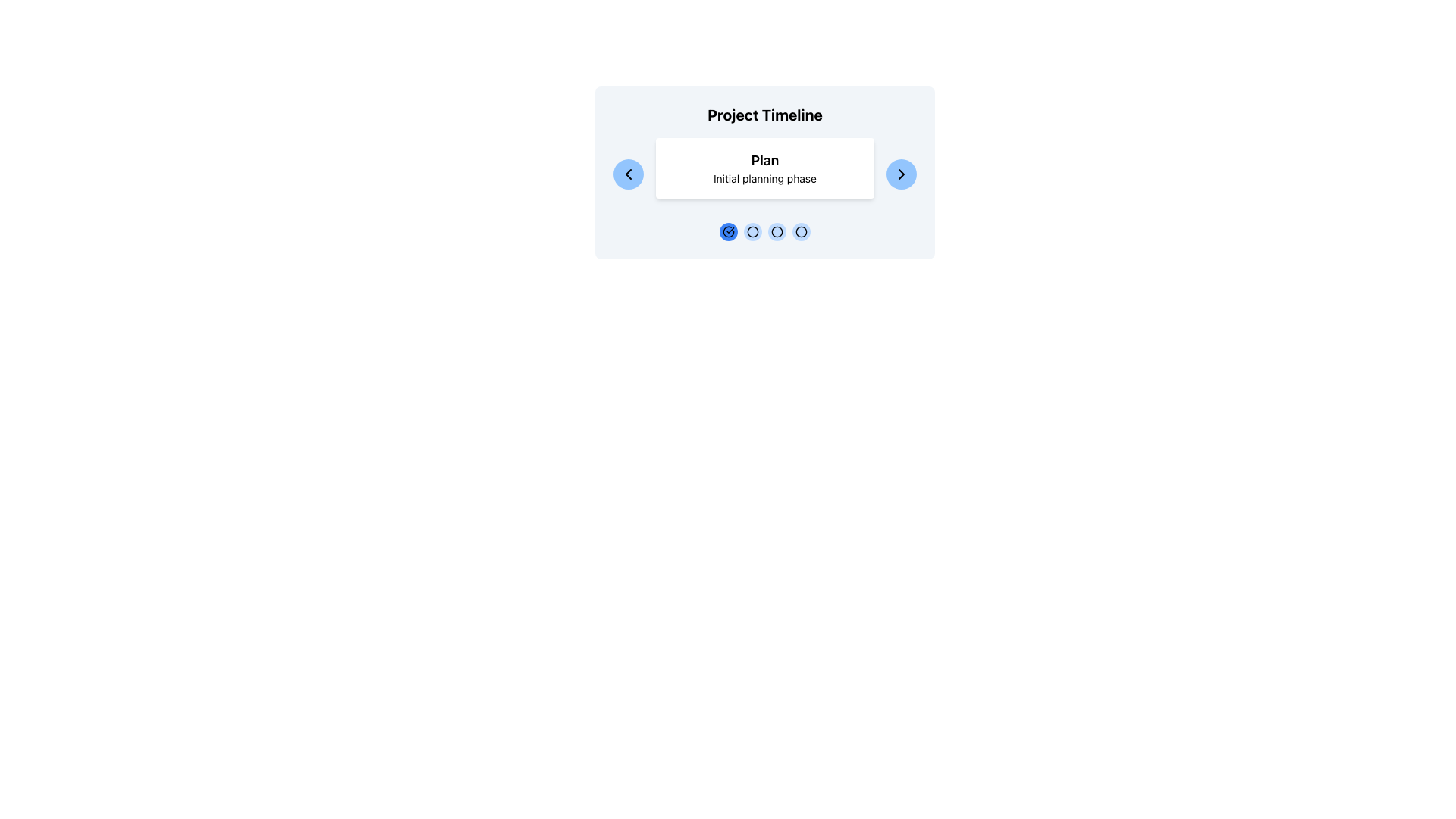 This screenshot has height=819, width=1456. What do you see at coordinates (902, 174) in the screenshot?
I see `the rightmost navigation button` at bounding box center [902, 174].